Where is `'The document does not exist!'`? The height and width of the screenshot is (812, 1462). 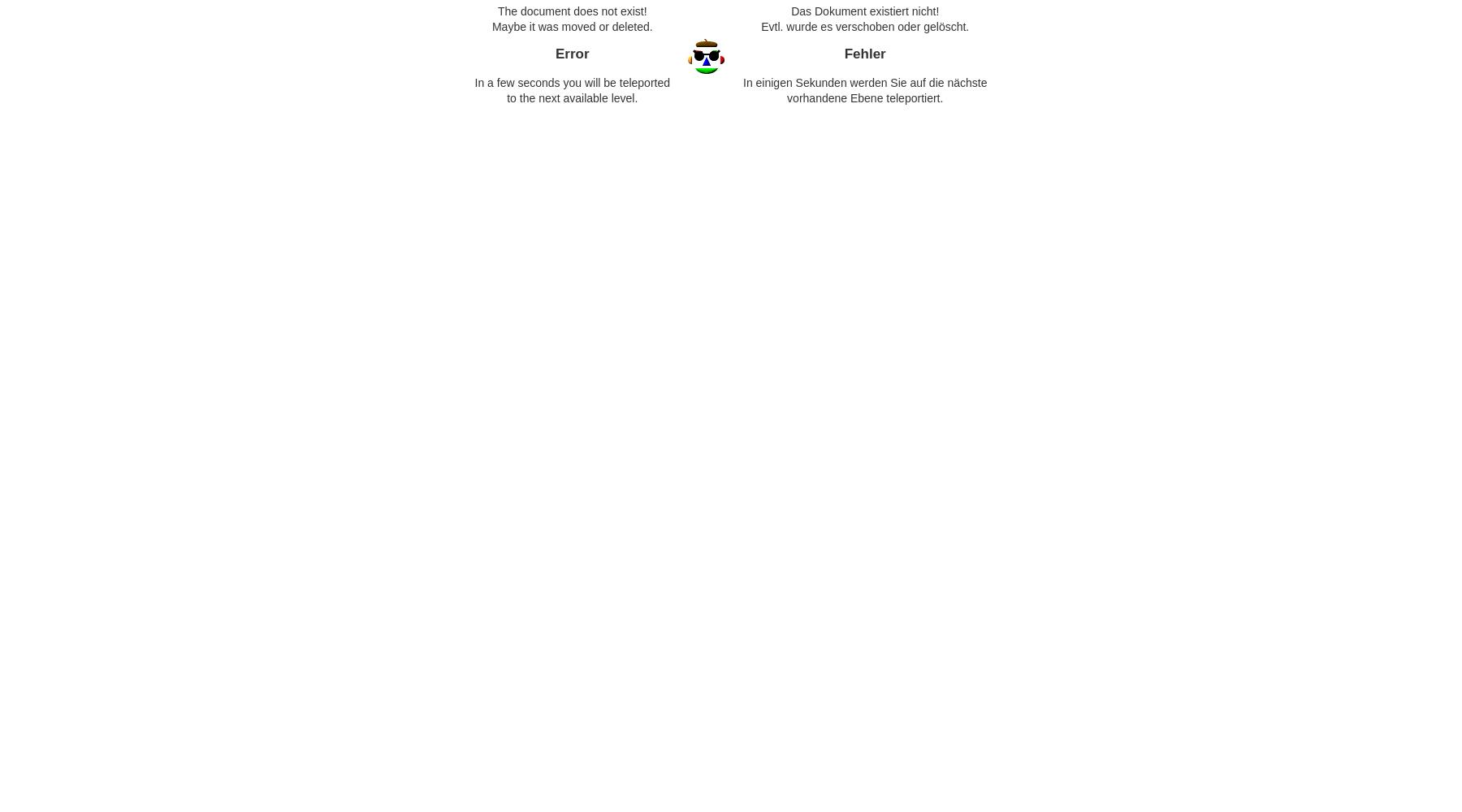
'The document does not exist!' is located at coordinates (570, 11).